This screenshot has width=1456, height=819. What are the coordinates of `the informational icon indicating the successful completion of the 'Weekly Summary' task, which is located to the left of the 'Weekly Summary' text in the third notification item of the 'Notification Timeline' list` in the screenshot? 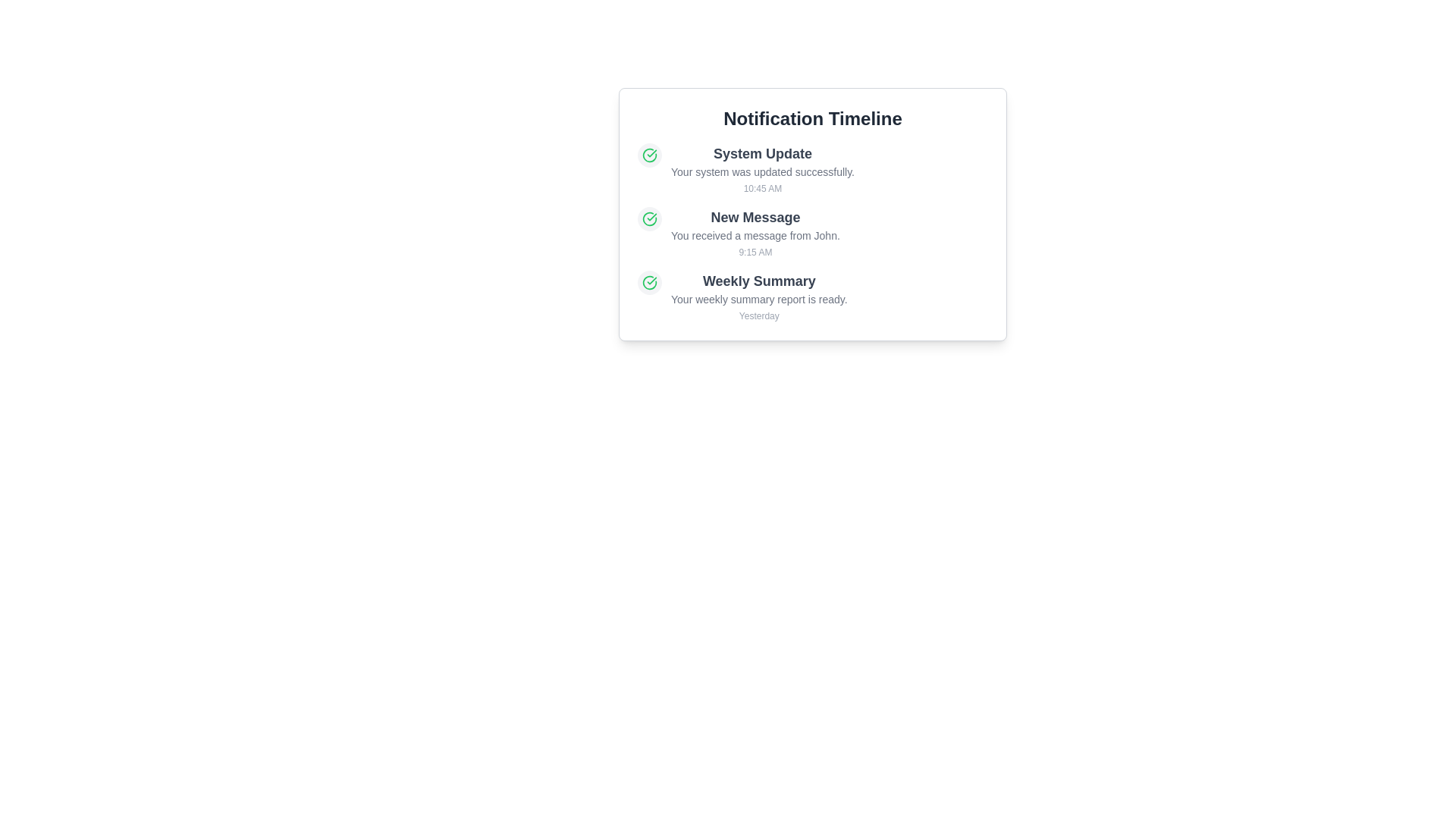 It's located at (650, 283).